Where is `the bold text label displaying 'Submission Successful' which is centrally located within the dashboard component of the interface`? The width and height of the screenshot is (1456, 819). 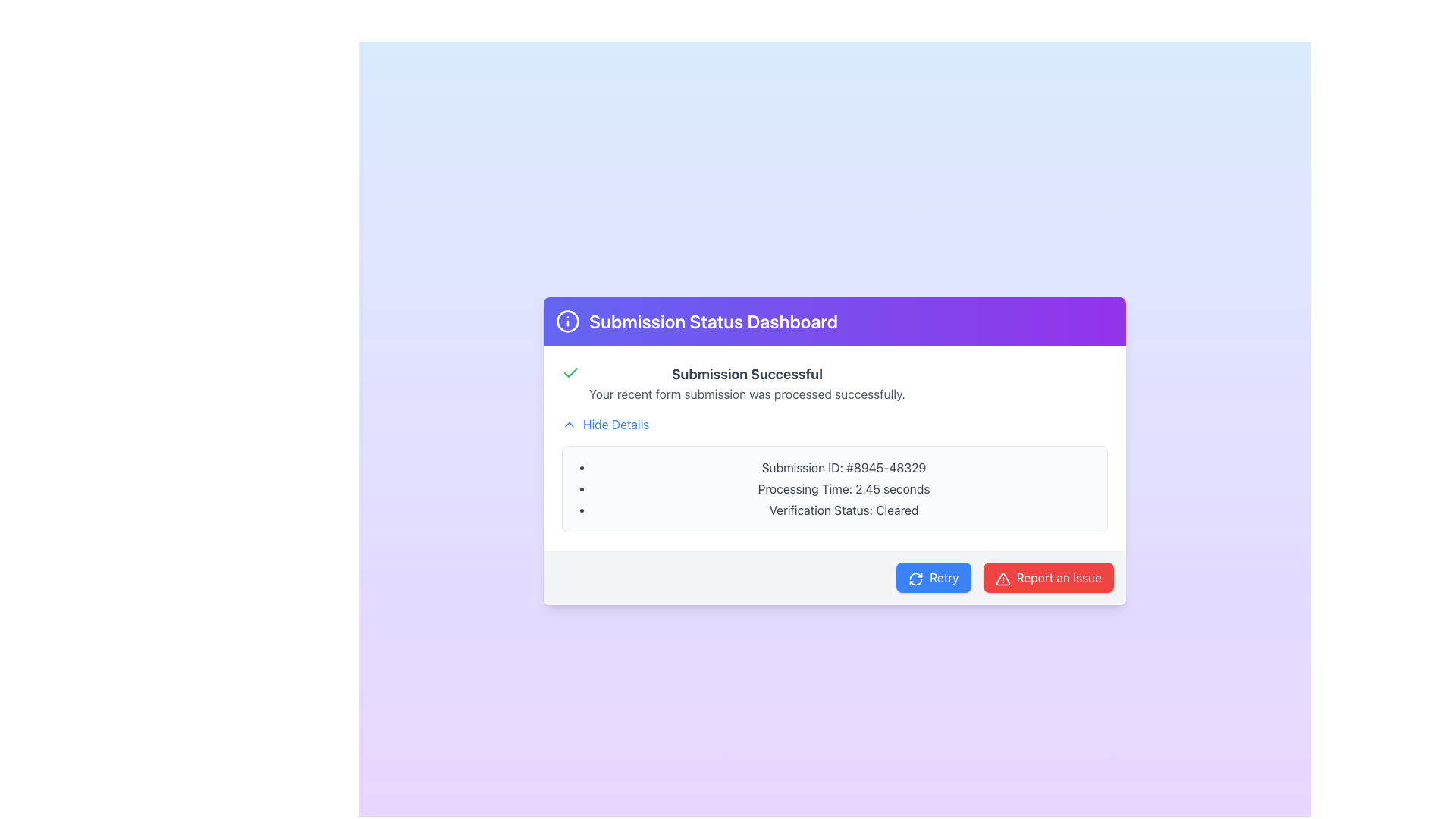
the bold text label displaying 'Submission Successful' which is centrally located within the dashboard component of the interface is located at coordinates (747, 374).